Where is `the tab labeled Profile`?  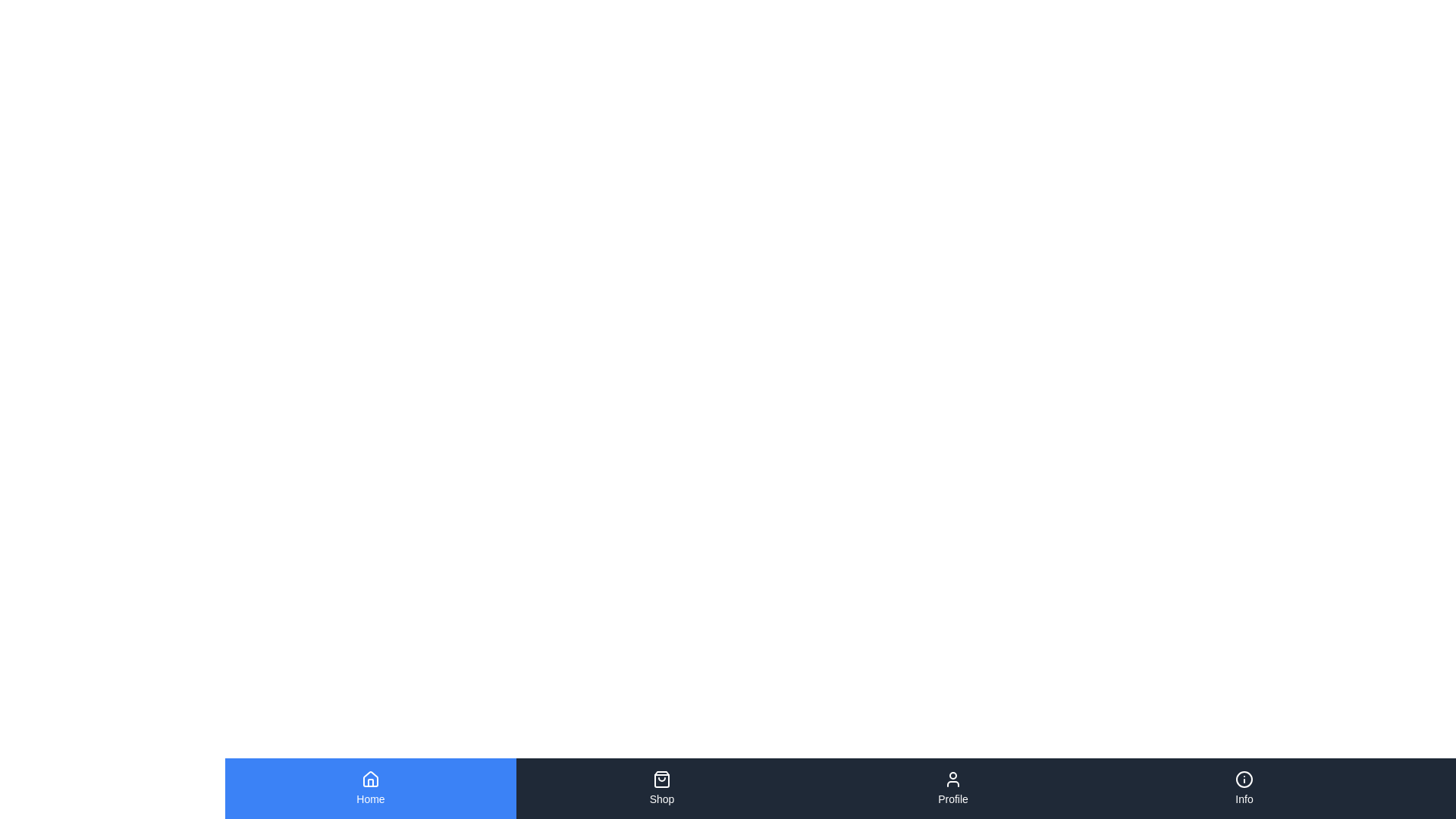 the tab labeled Profile is located at coordinates (952, 788).